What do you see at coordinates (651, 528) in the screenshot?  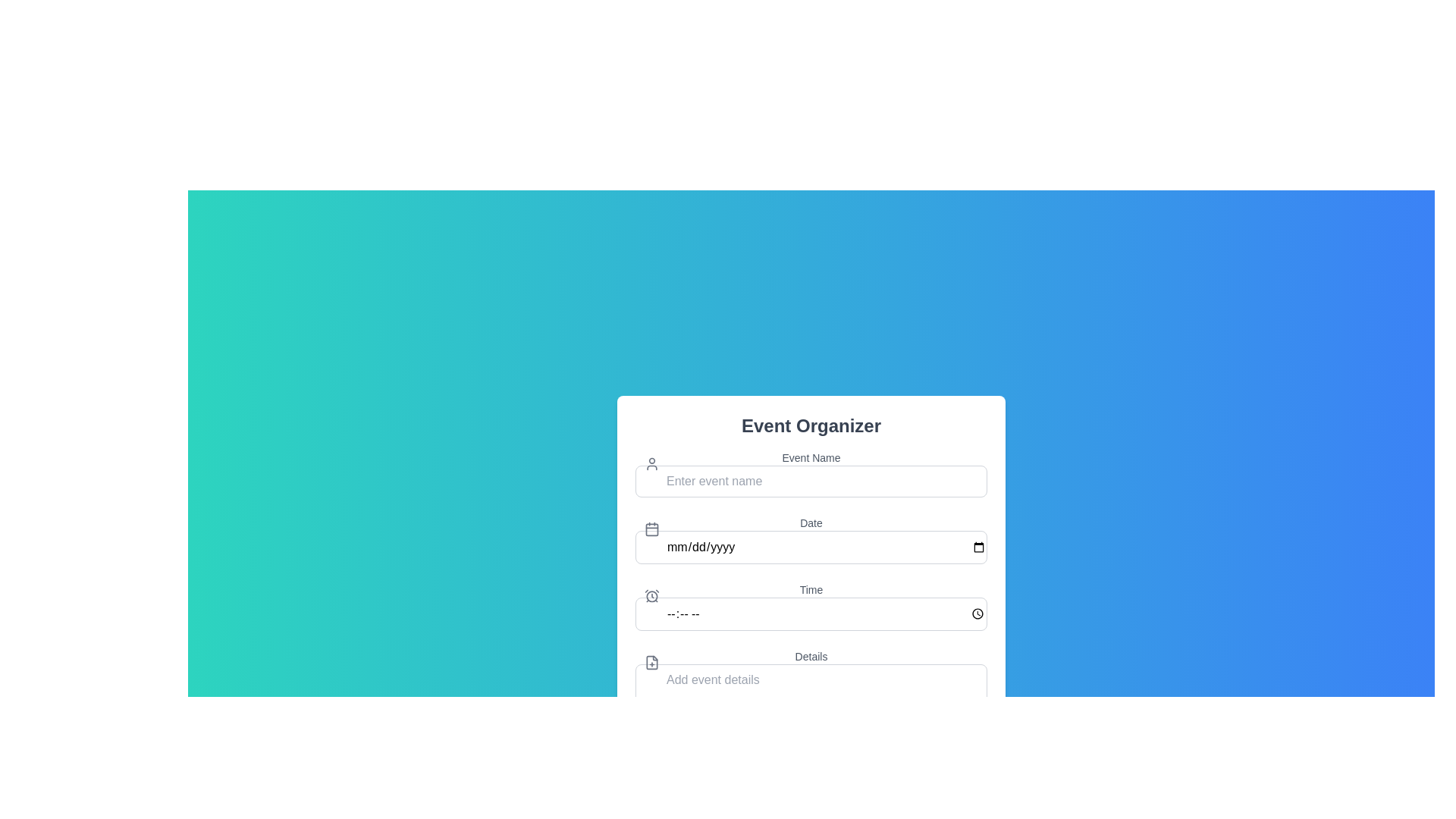 I see `the calendar icon positioned to the left of the 'mm/dd/yyyy' input field to signify date value input` at bounding box center [651, 528].